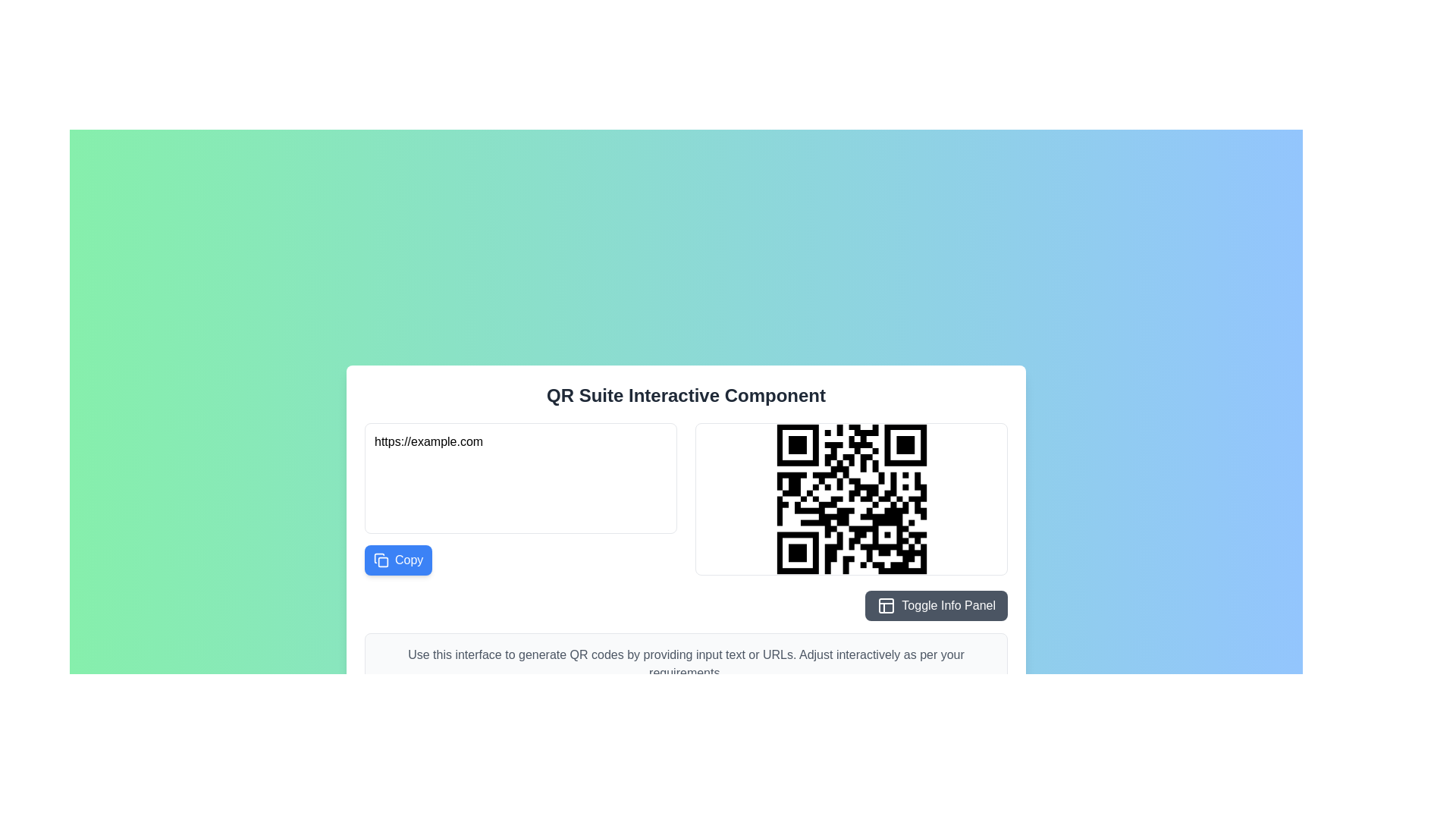 Image resolution: width=1456 pixels, height=819 pixels. Describe the element at coordinates (886, 604) in the screenshot. I see `the decorative icon representing 'panels' located to the left of the 'Toggle Info Panel' text within the gray button at the bottom right of the main panel` at that location.